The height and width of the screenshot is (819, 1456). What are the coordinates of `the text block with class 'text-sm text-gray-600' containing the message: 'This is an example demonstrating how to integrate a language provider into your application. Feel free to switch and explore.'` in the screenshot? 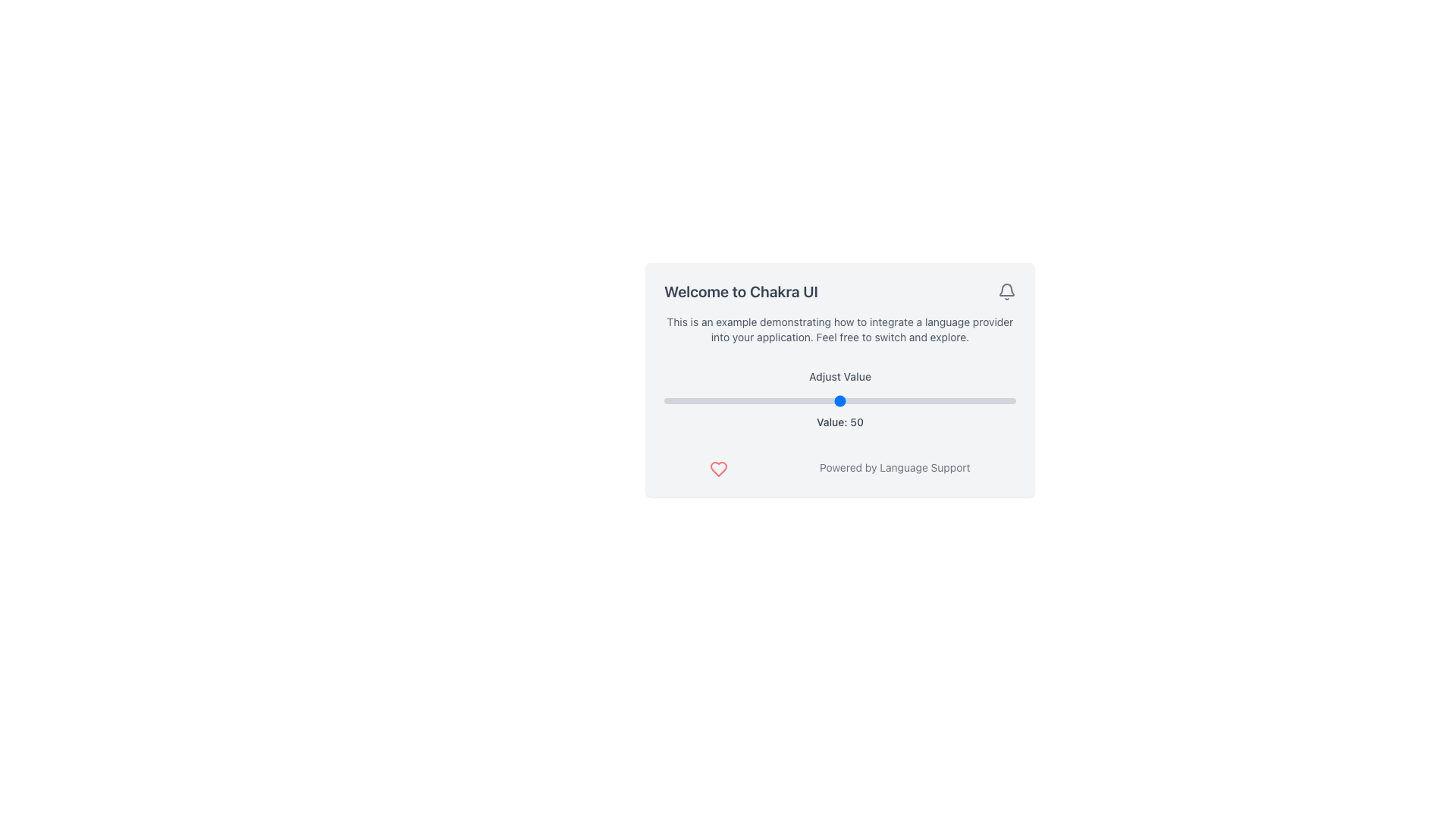 It's located at (839, 329).